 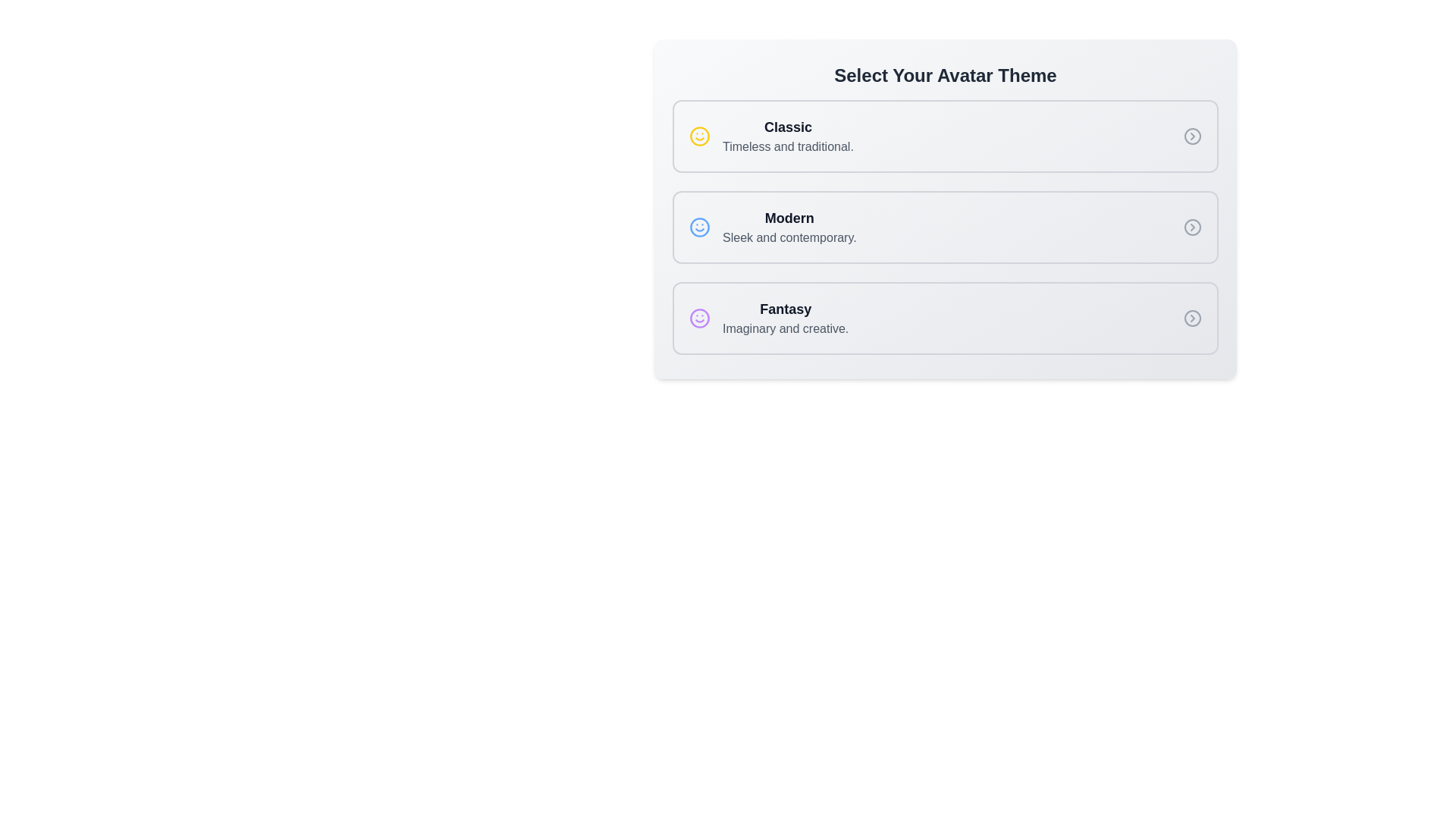 What do you see at coordinates (789, 227) in the screenshot?
I see `text label for the 'Modern' avatar theme, which is located in the second selectable card of the avatar theme options` at bounding box center [789, 227].